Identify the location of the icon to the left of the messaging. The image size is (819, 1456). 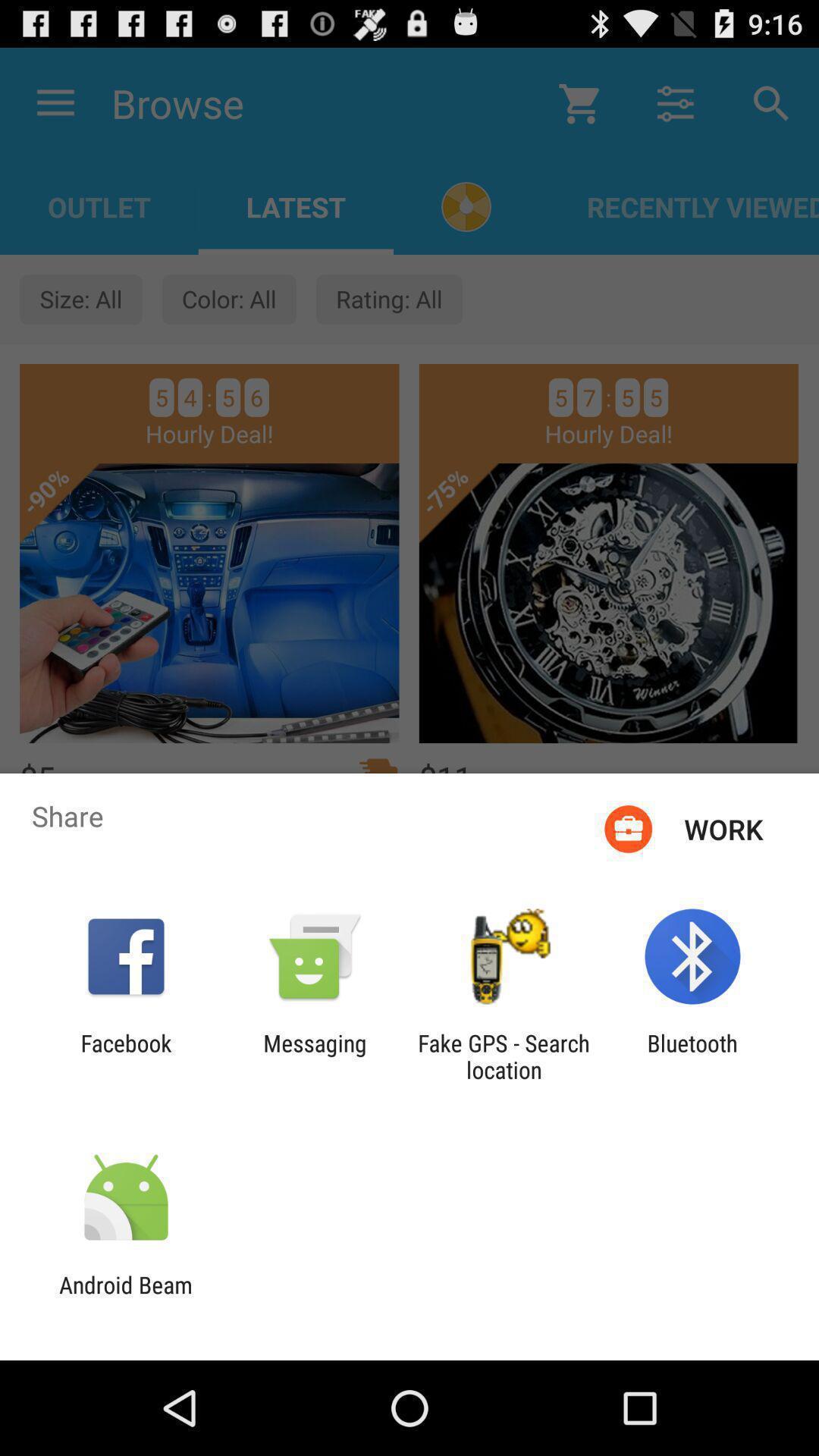
(125, 1056).